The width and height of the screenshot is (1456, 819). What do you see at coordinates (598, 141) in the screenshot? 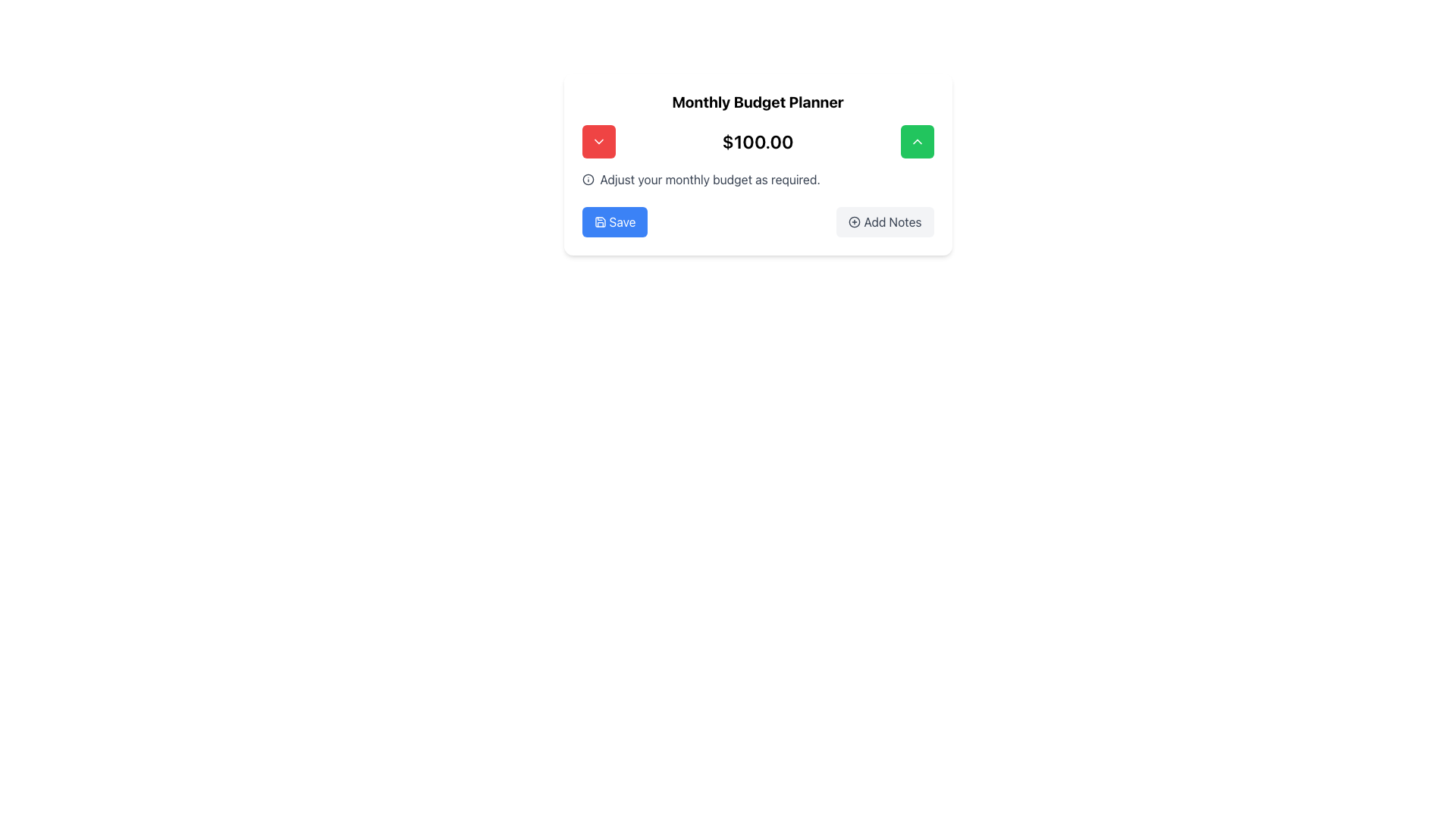
I see `the downward-pointing chevron icon within the left red button in the Monthly Budget Planner interface` at bounding box center [598, 141].